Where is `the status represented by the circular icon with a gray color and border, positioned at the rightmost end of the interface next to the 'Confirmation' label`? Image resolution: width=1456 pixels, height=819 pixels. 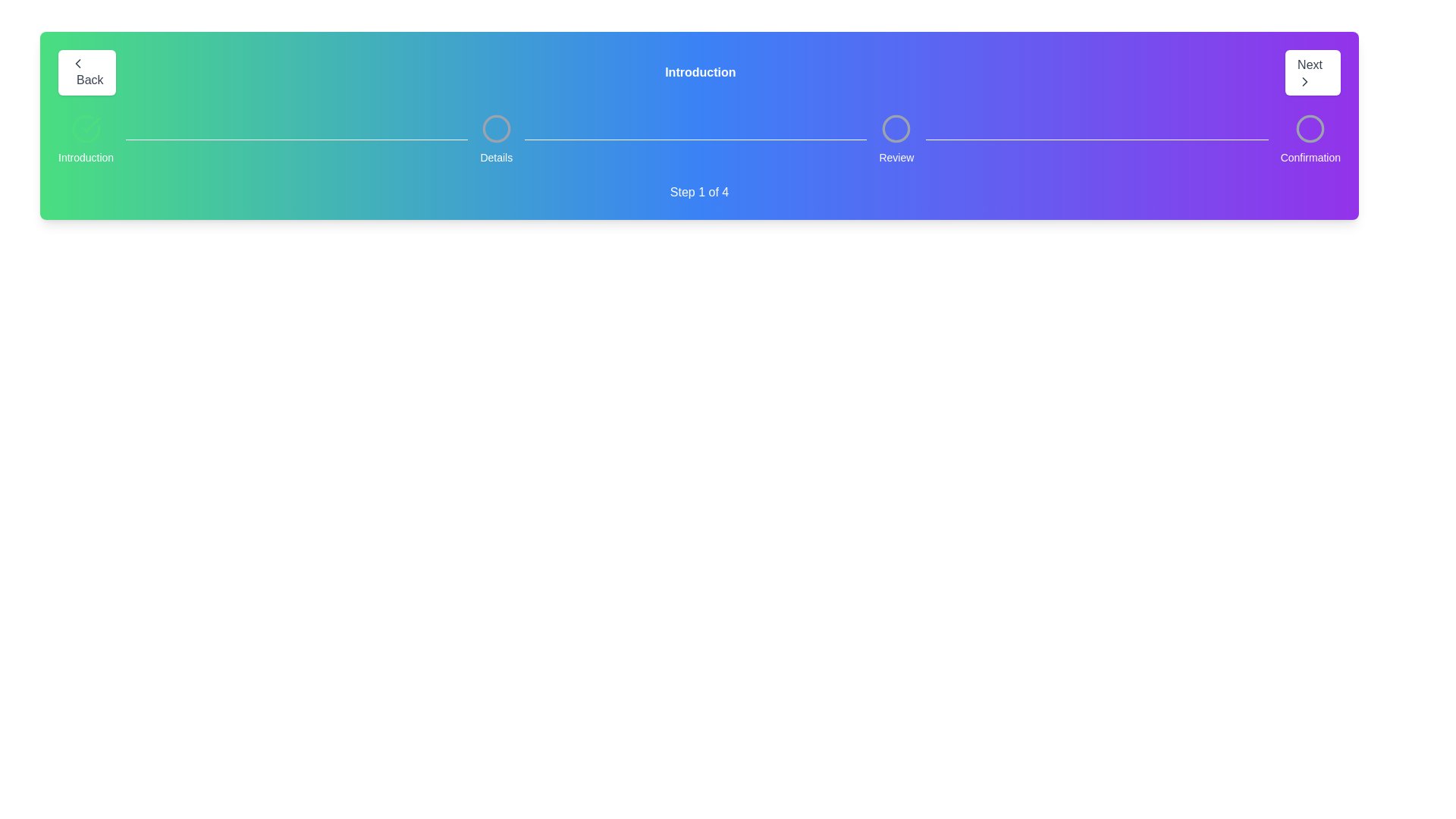 the status represented by the circular icon with a gray color and border, positioned at the rightmost end of the interface next to the 'Confirmation' label is located at coordinates (1310, 127).